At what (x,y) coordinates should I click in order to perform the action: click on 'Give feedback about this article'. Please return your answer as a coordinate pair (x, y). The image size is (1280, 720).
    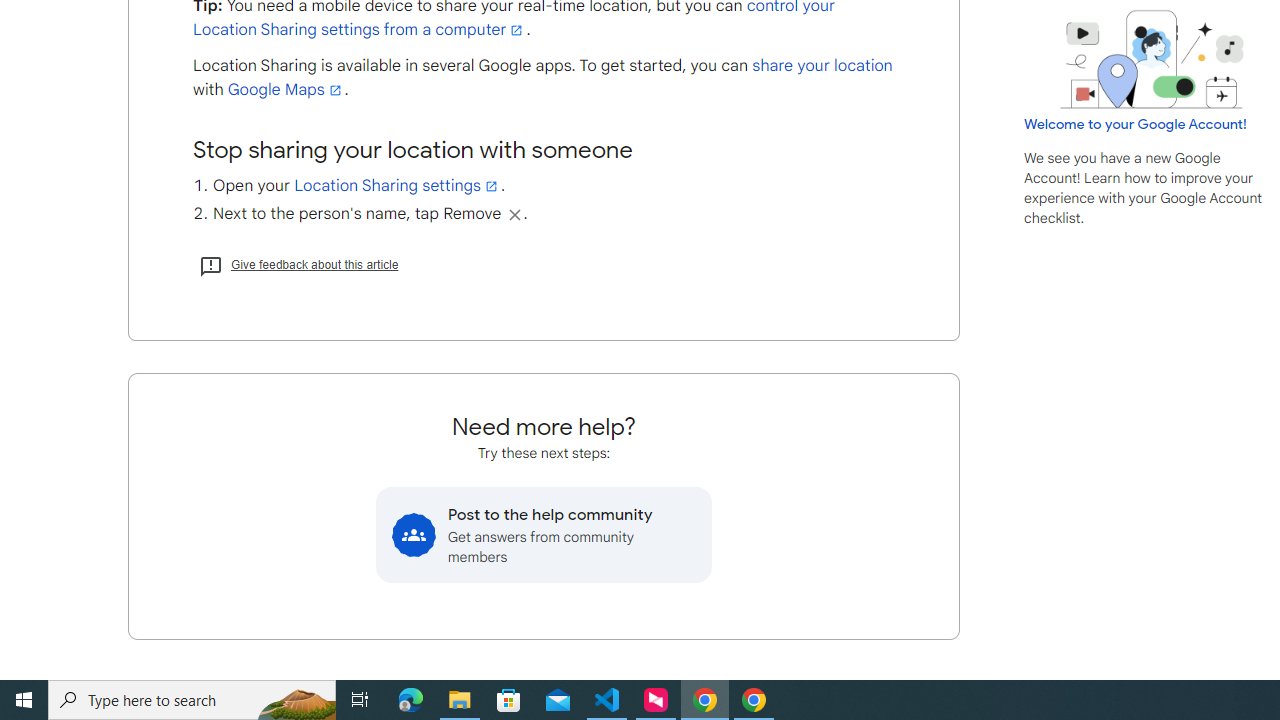
    Looking at the image, I should click on (297, 263).